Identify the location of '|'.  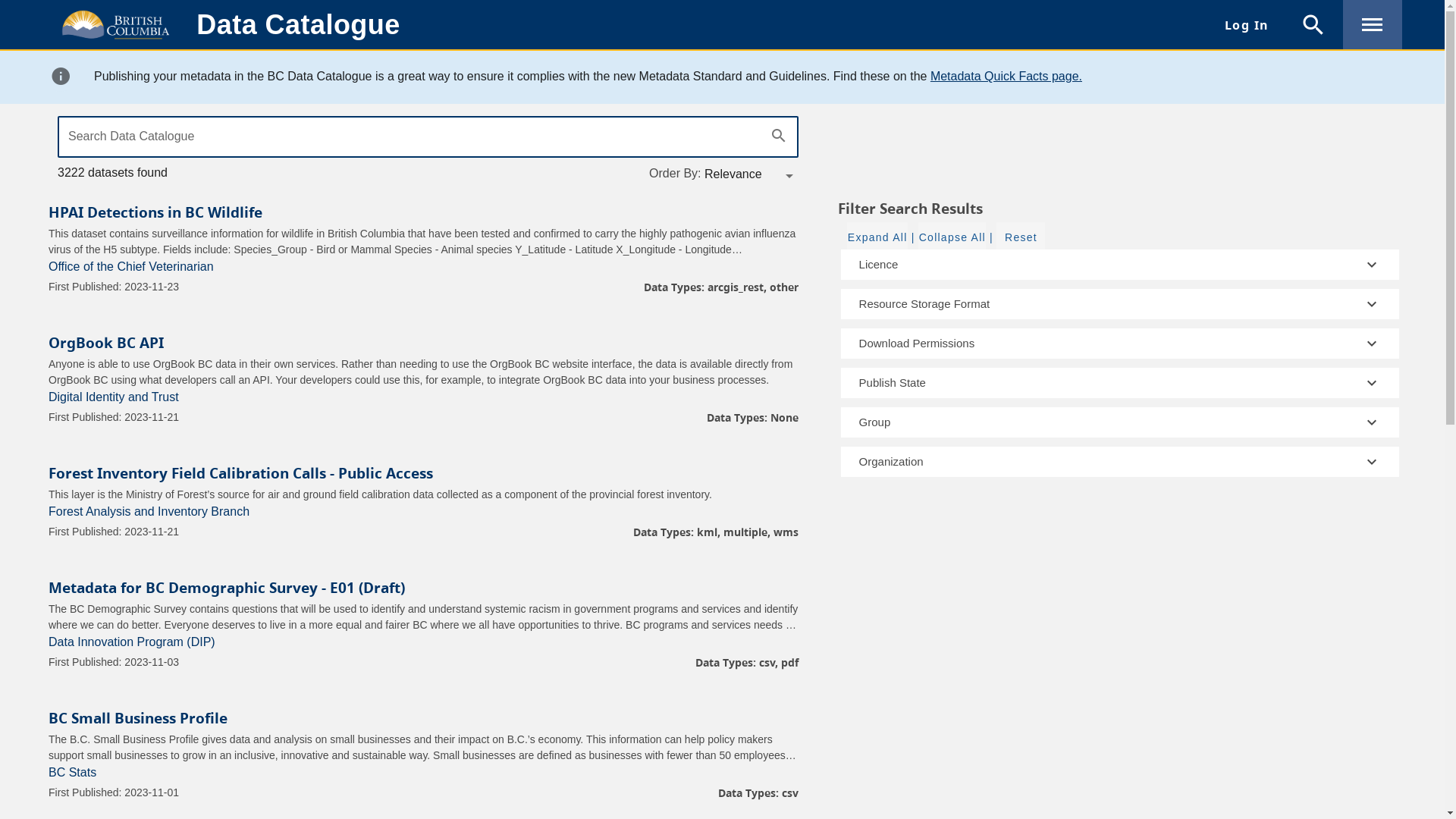
(906, 237).